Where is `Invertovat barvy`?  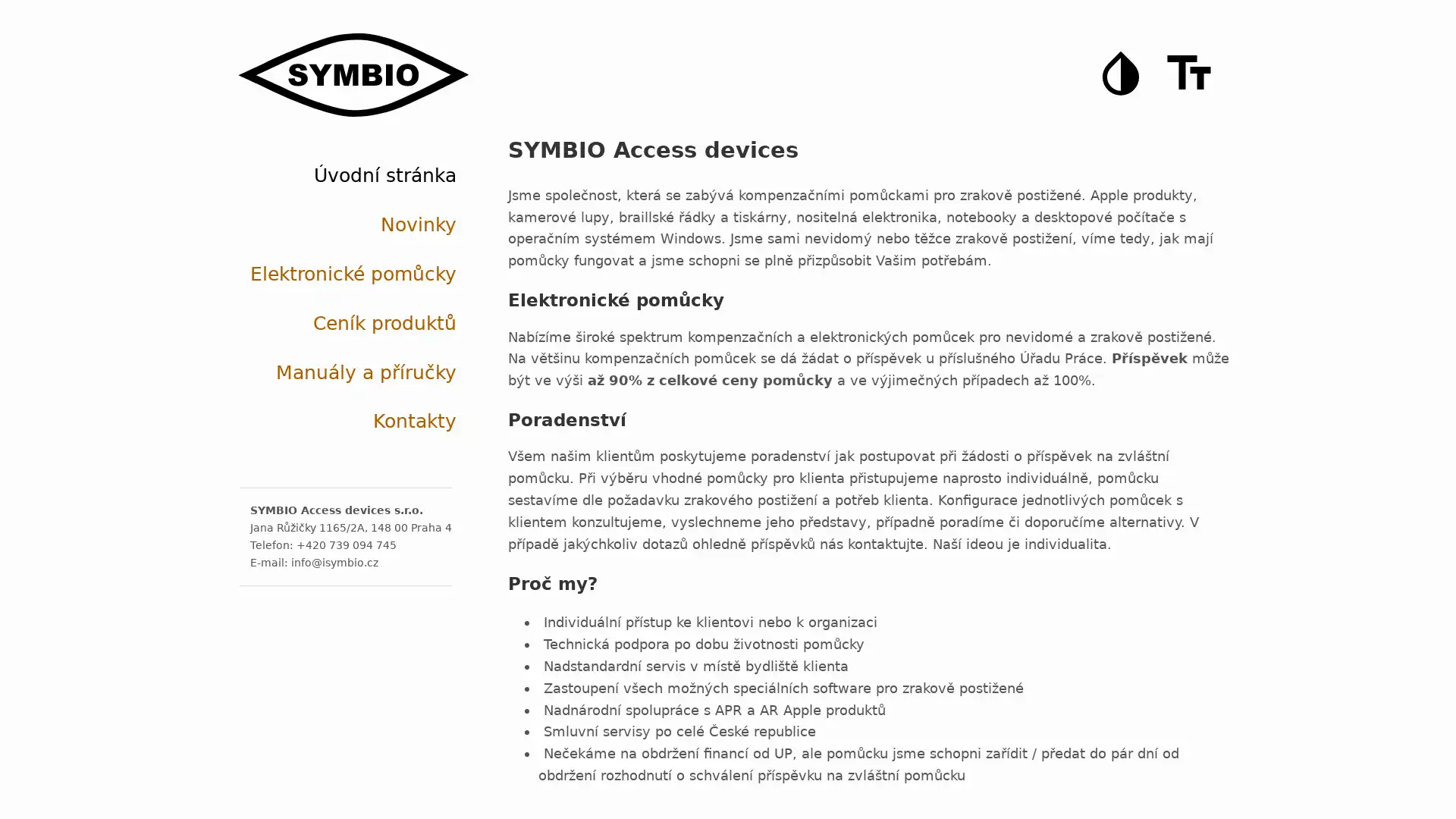
Invertovat barvy is located at coordinates (1121, 73).